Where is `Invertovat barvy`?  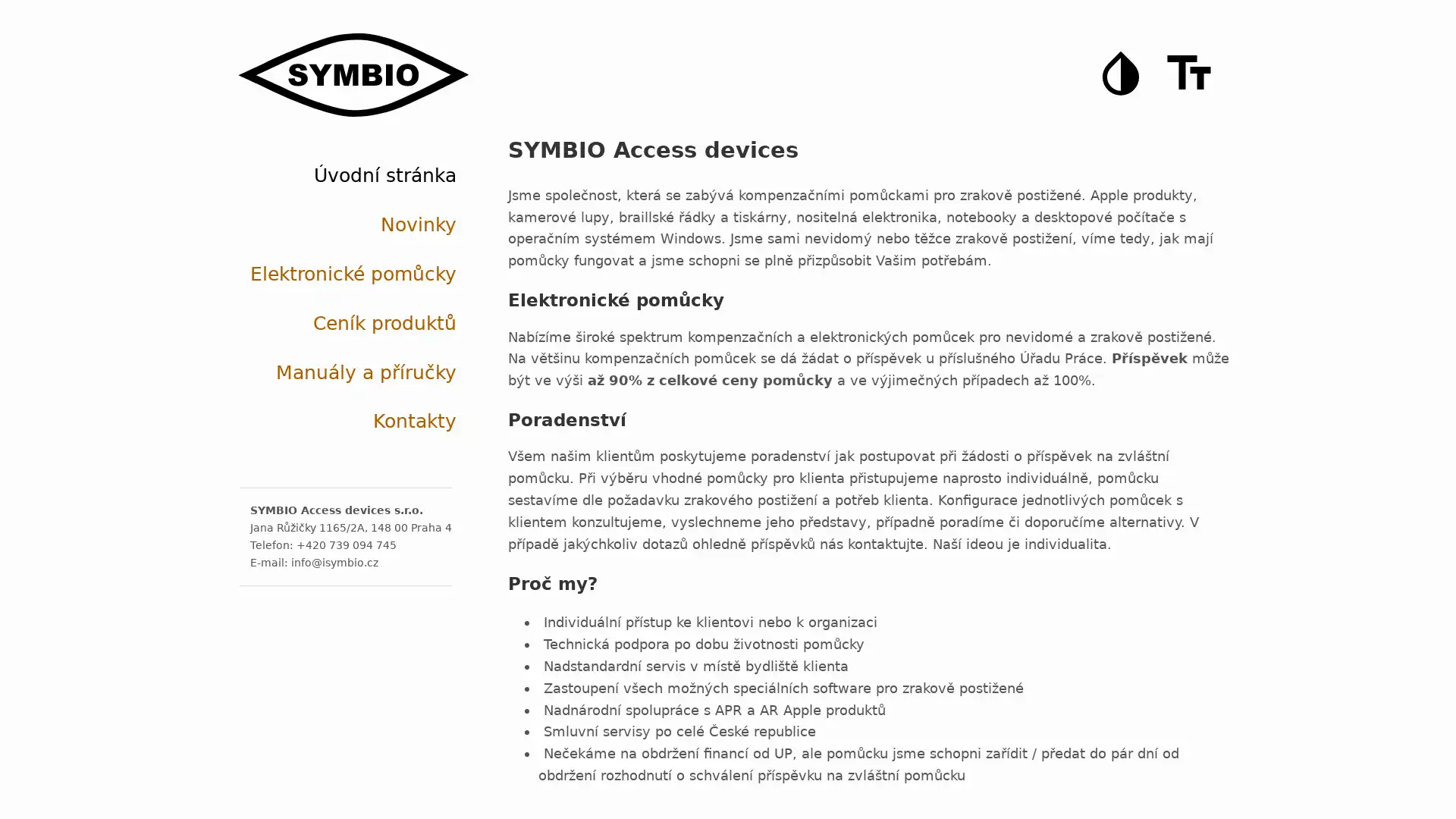
Invertovat barvy is located at coordinates (1121, 73).